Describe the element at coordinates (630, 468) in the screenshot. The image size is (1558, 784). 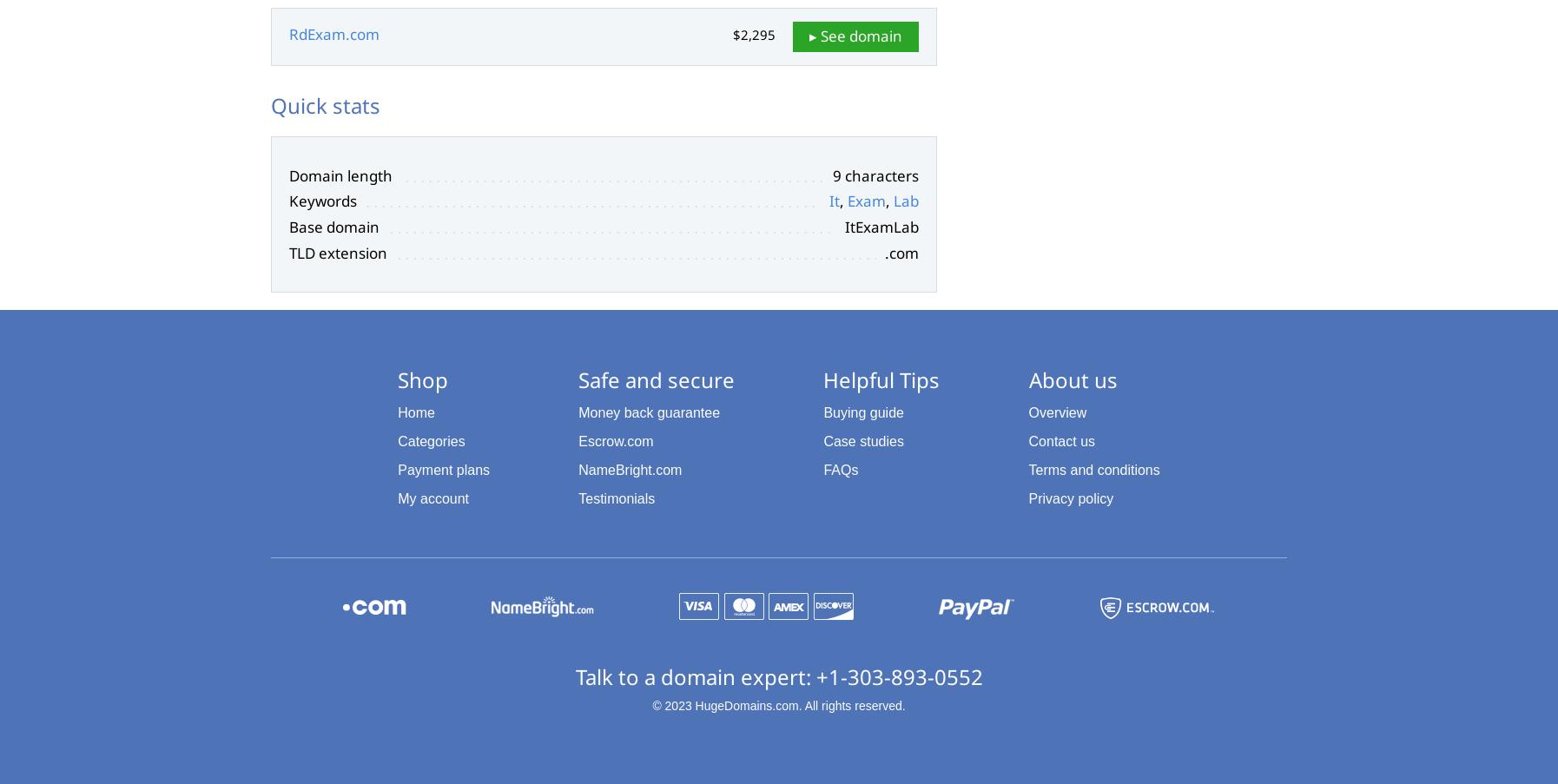
I see `'NameBright.com'` at that location.